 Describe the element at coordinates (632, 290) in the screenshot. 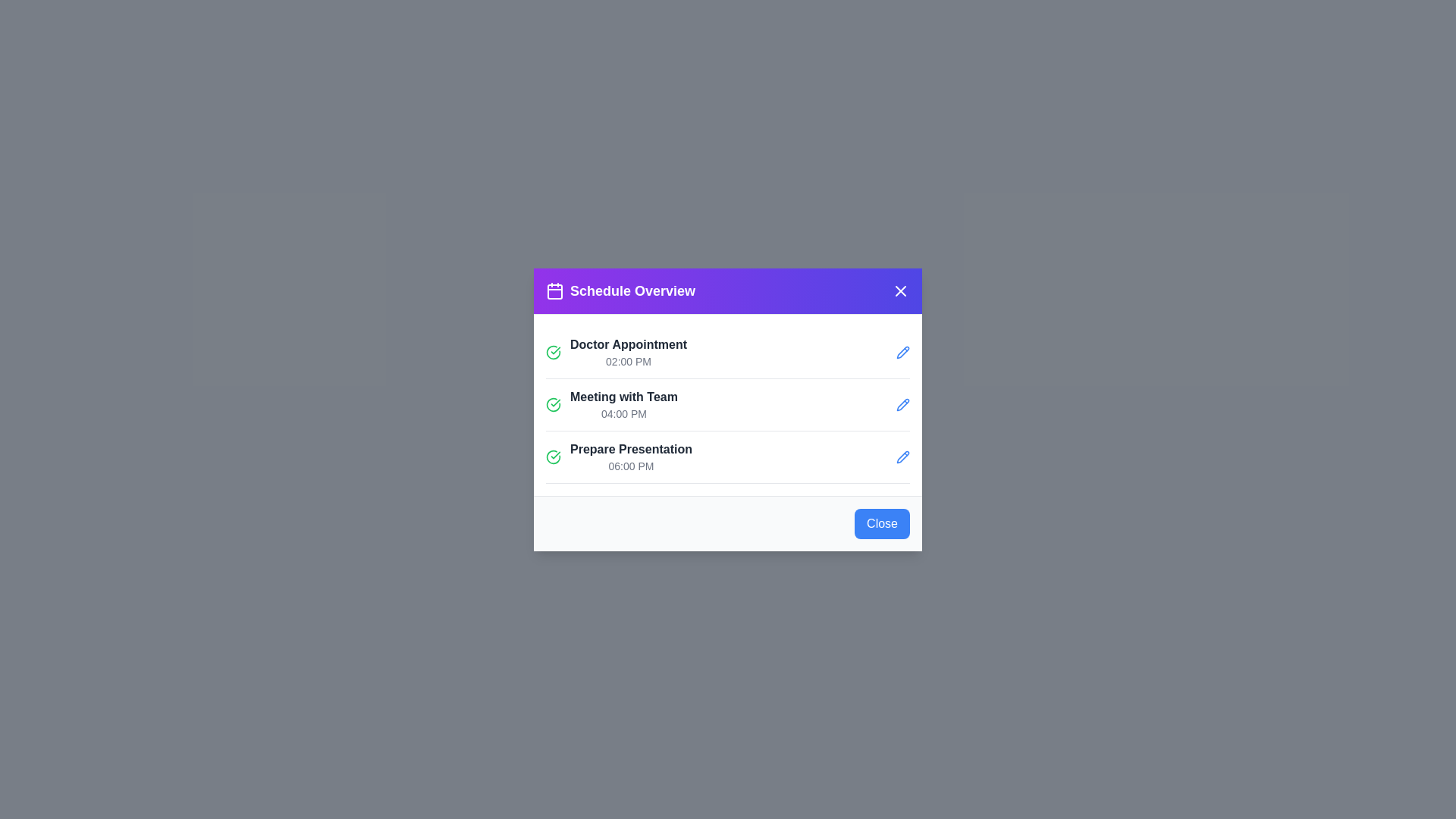

I see `the title text label located in the purple header section of the modal dialog, which is adjacent to a calendar icon` at that location.